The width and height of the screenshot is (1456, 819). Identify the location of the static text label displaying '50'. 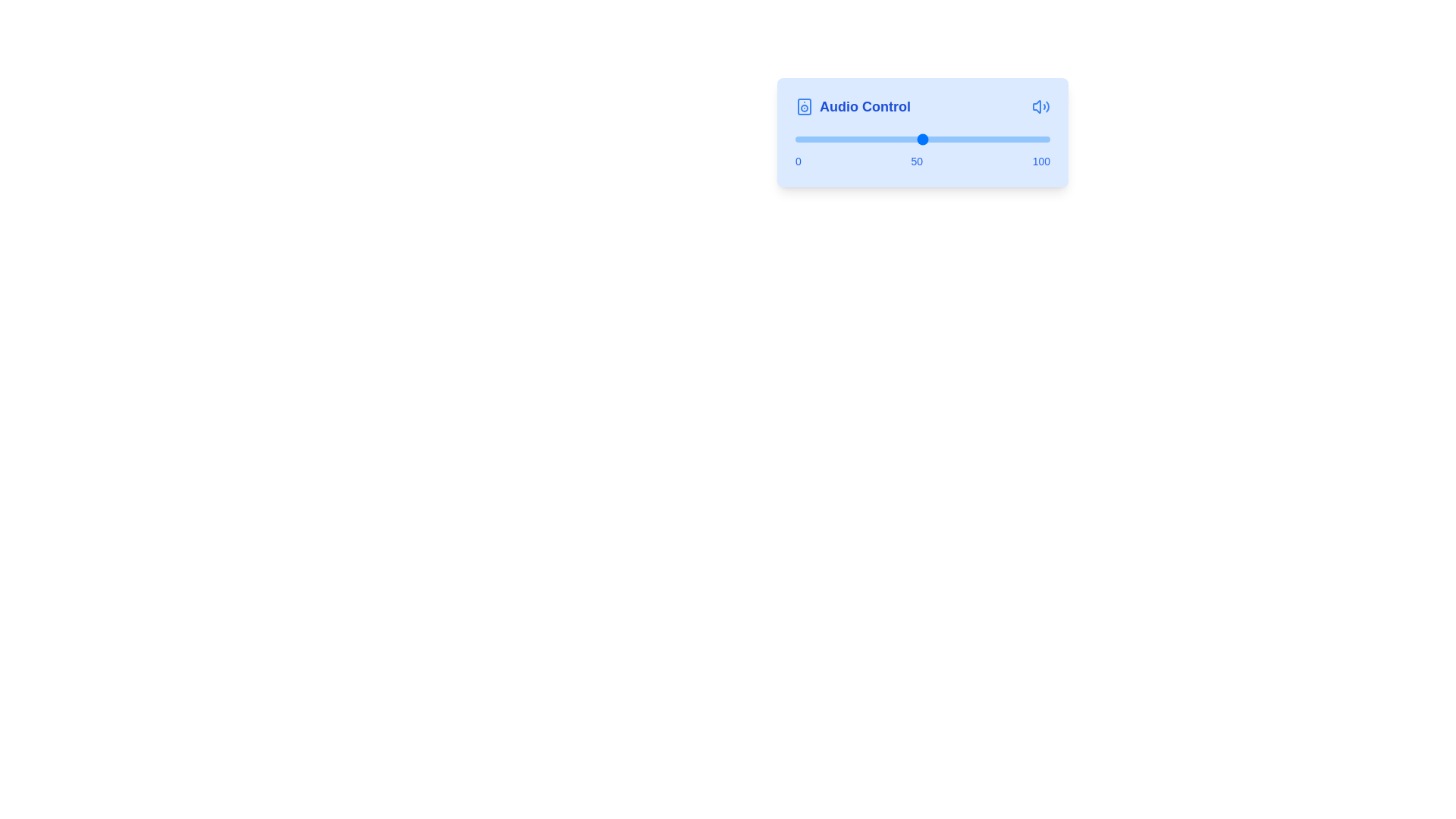
(916, 161).